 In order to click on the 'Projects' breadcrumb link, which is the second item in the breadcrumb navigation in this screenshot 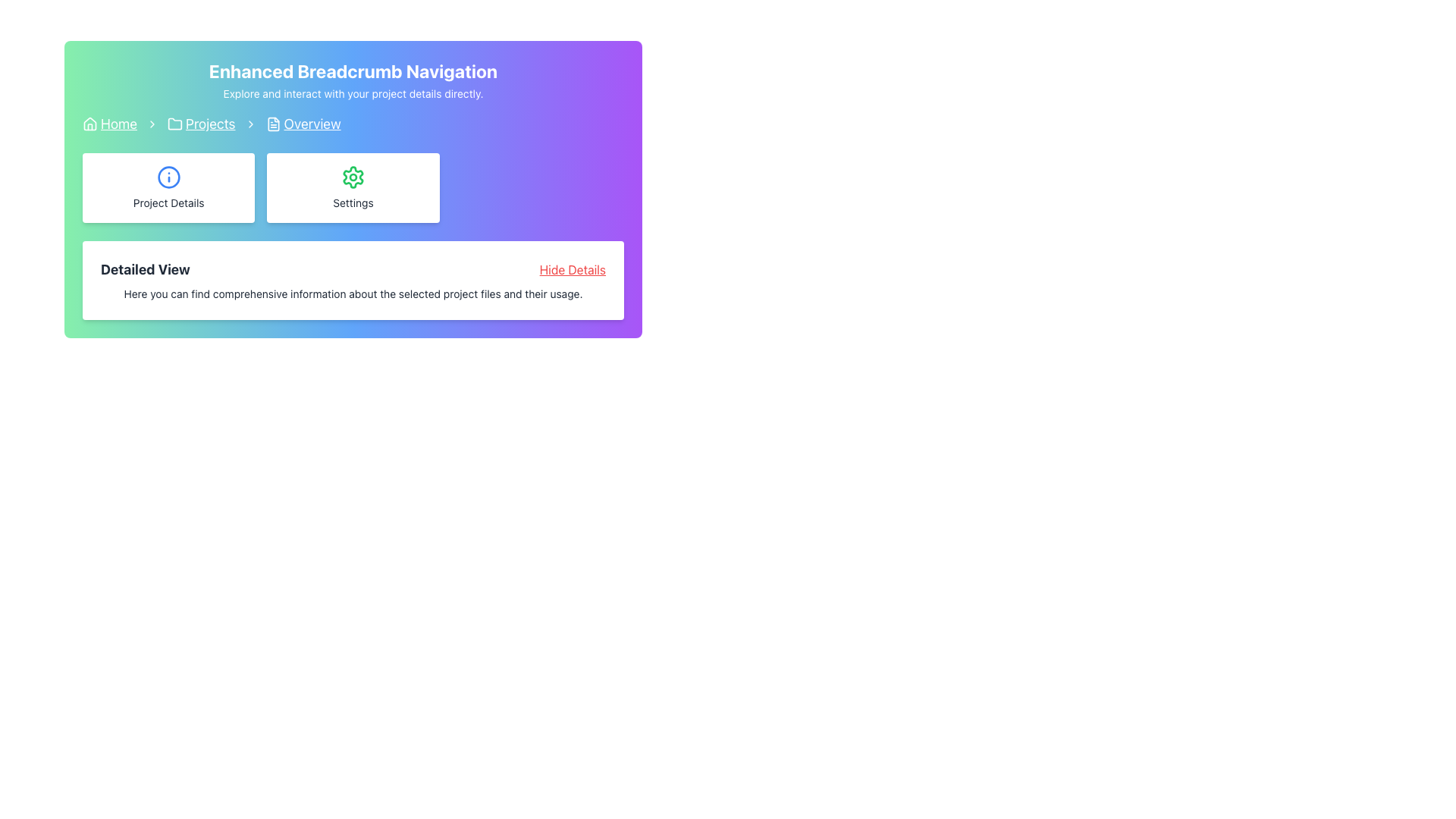, I will do `click(200, 124)`.